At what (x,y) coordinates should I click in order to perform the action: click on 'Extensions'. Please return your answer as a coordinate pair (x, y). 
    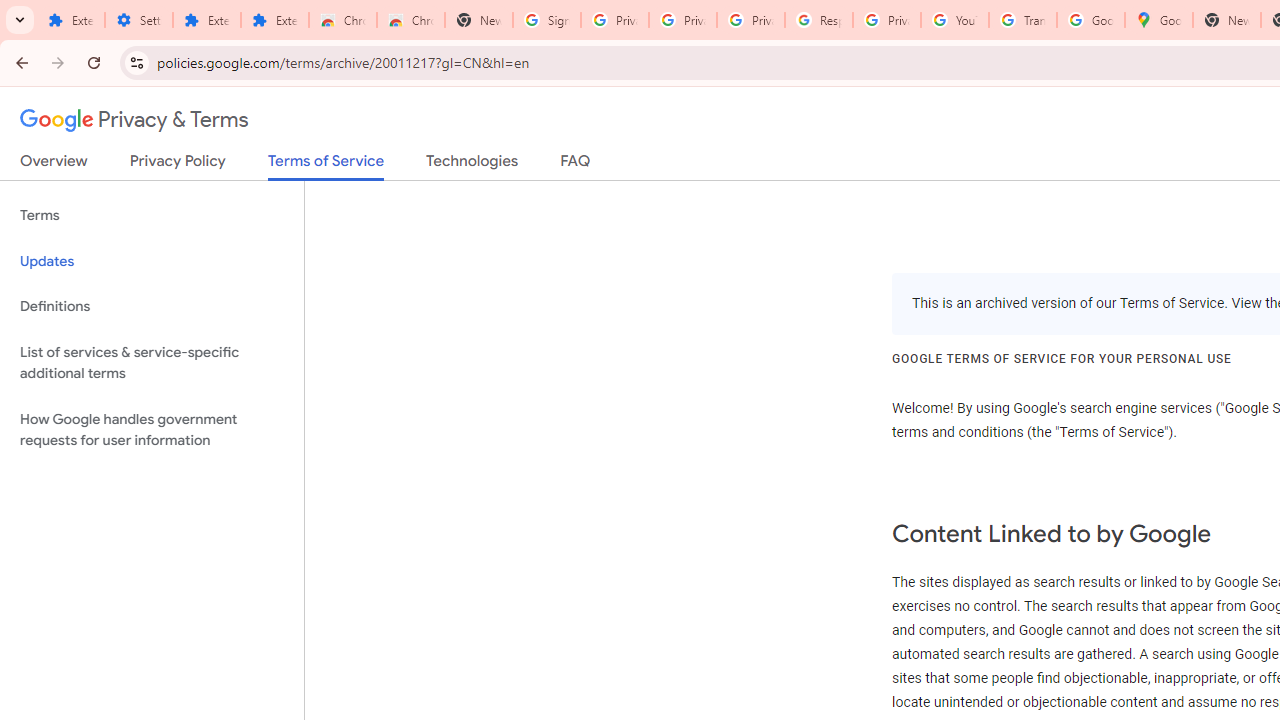
    Looking at the image, I should click on (273, 20).